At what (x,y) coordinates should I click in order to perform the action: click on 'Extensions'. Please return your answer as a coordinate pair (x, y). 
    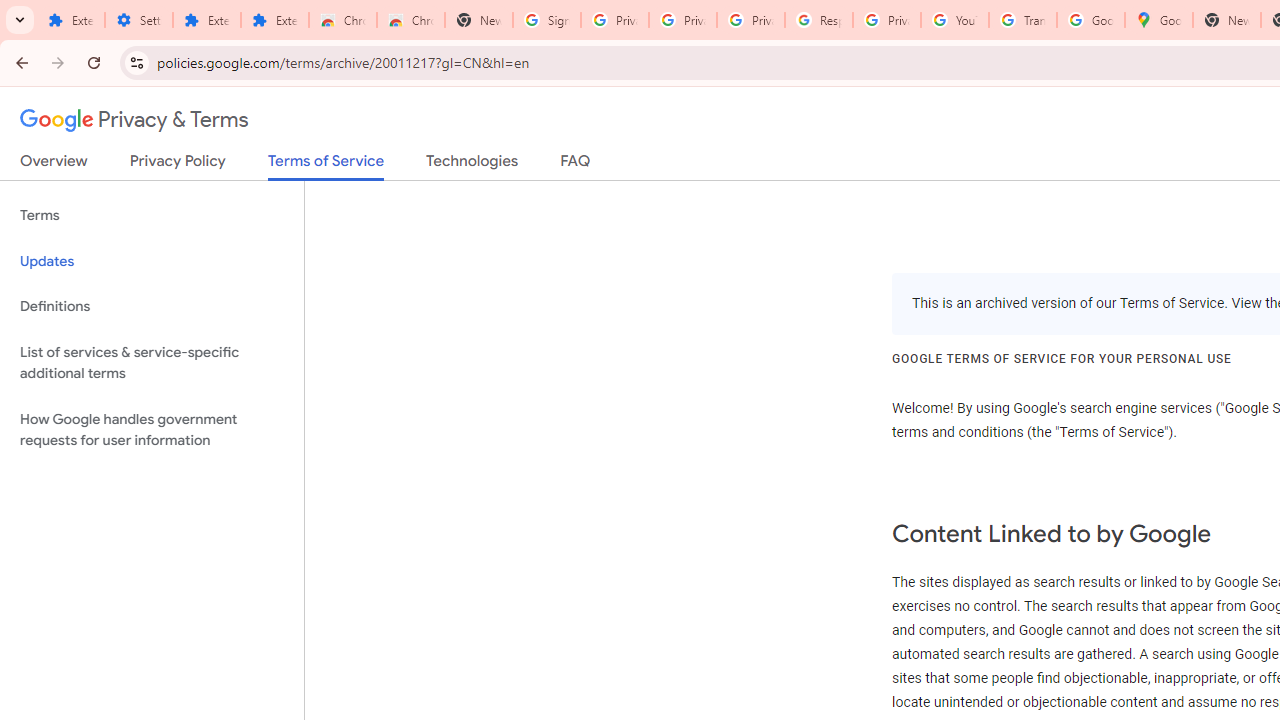
    Looking at the image, I should click on (273, 20).